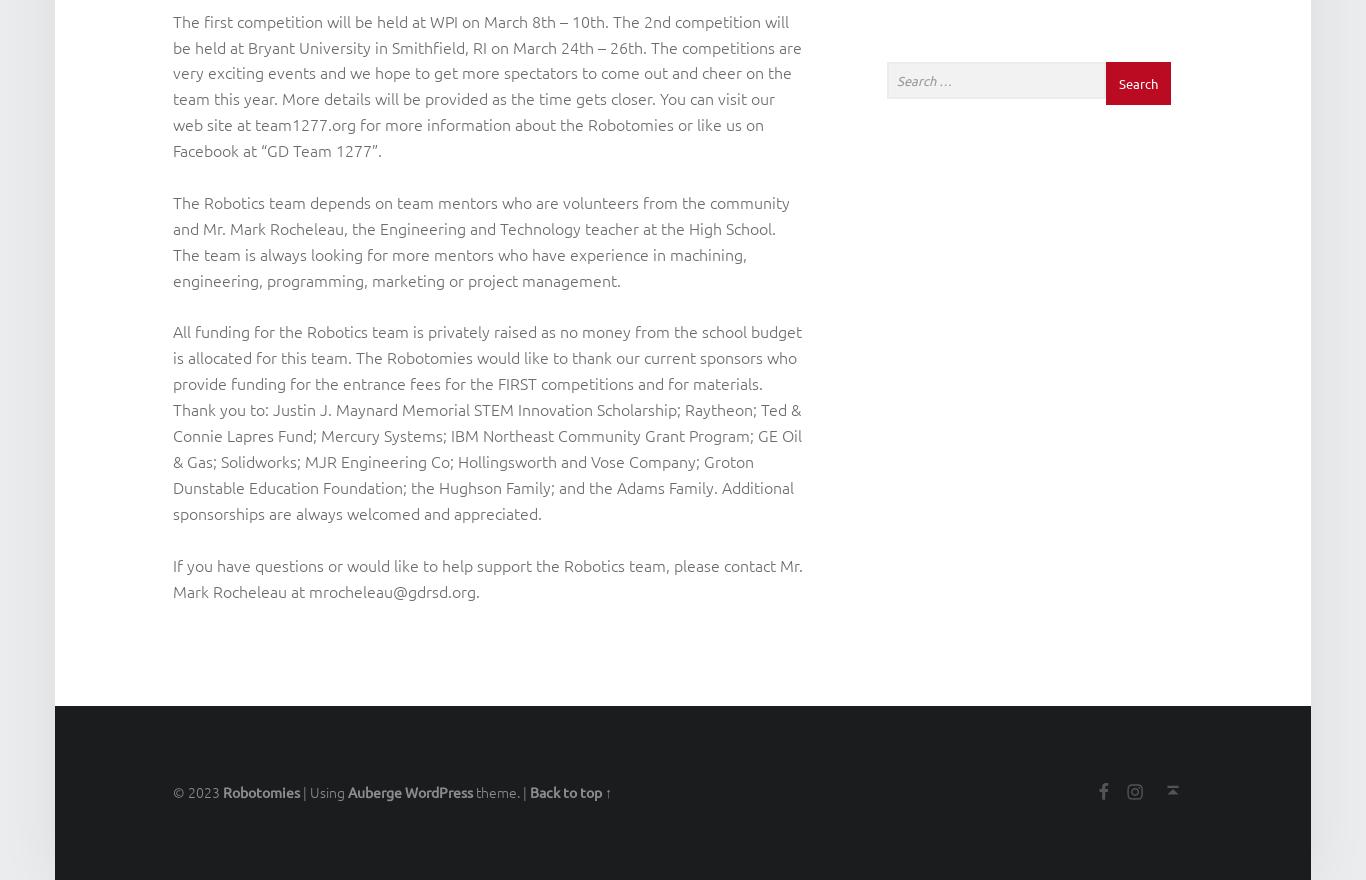  Describe the element at coordinates (481, 238) in the screenshot. I see `'The Robotics team depends on team mentors who are volunteers from the community and Mr. Mark Rocheleau, the Engineering and Technology teacher at the High School. The team is always looking for more mentors who have experience in machining, engineering, programming, marketing or project management.'` at that location.